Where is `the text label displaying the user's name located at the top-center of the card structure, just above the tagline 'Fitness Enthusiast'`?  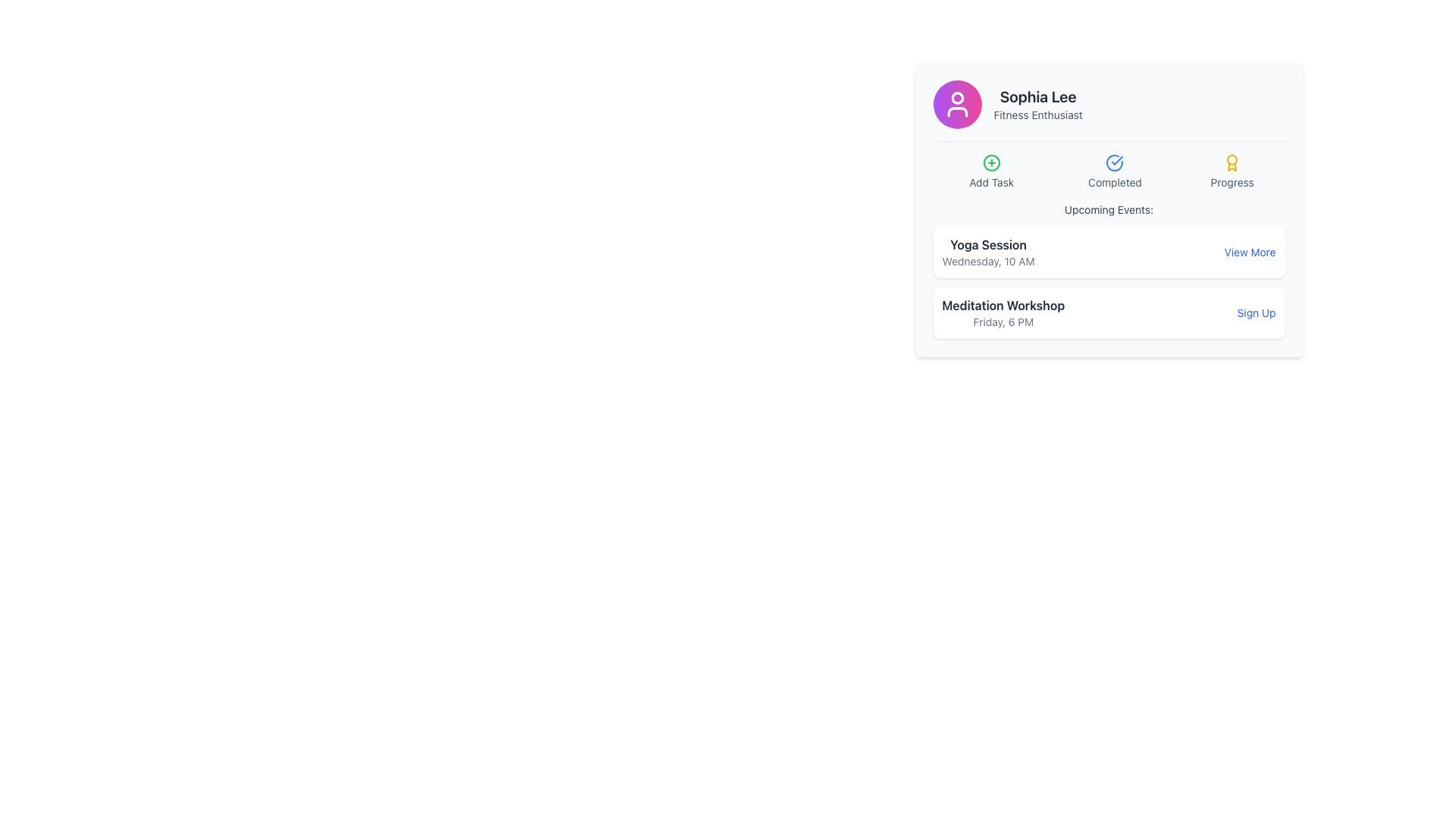
the text label displaying the user's name located at the top-center of the card structure, just above the tagline 'Fitness Enthusiast' is located at coordinates (1037, 96).